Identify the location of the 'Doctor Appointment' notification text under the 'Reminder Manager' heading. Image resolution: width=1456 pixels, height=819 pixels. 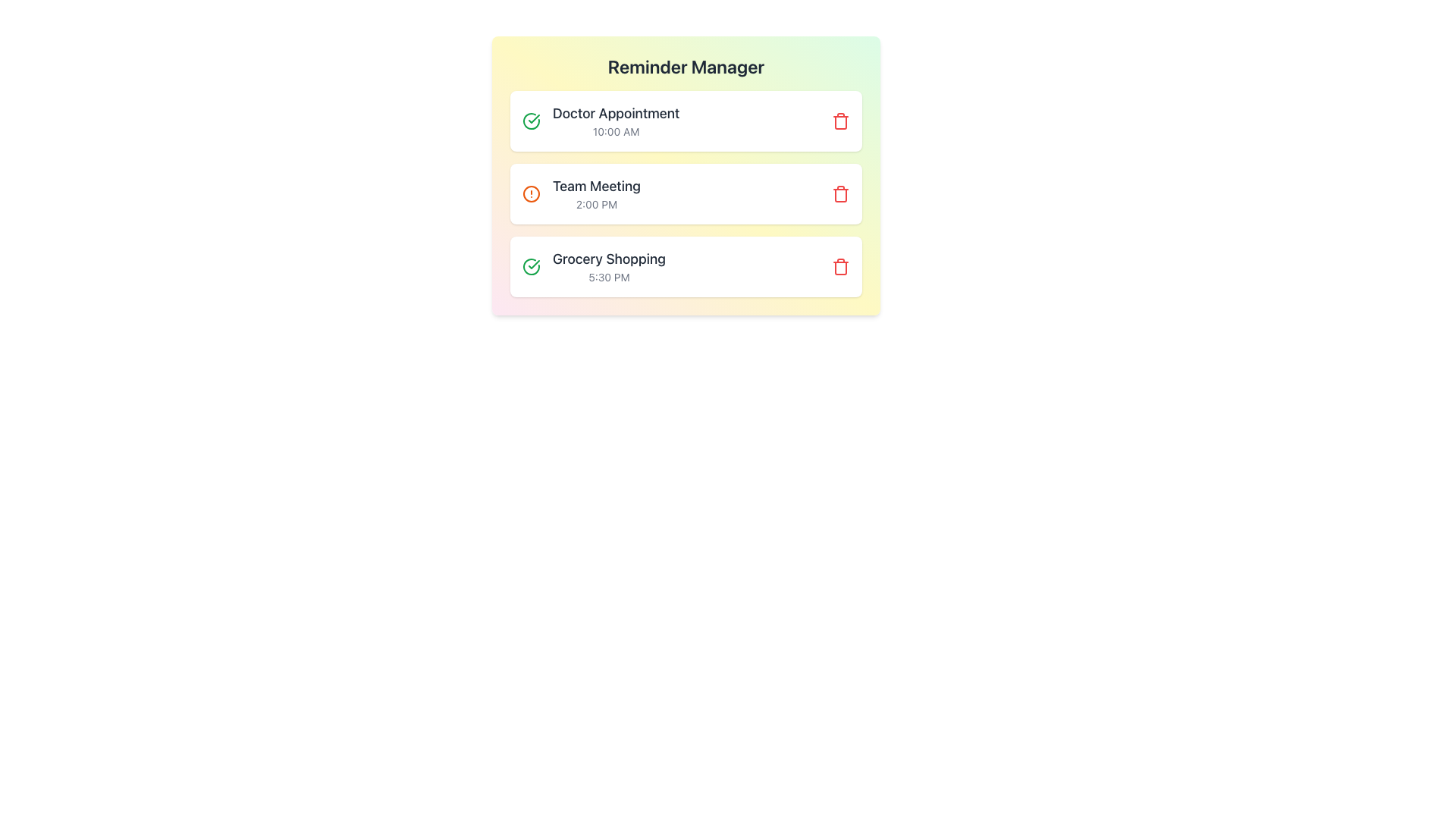
(600, 120).